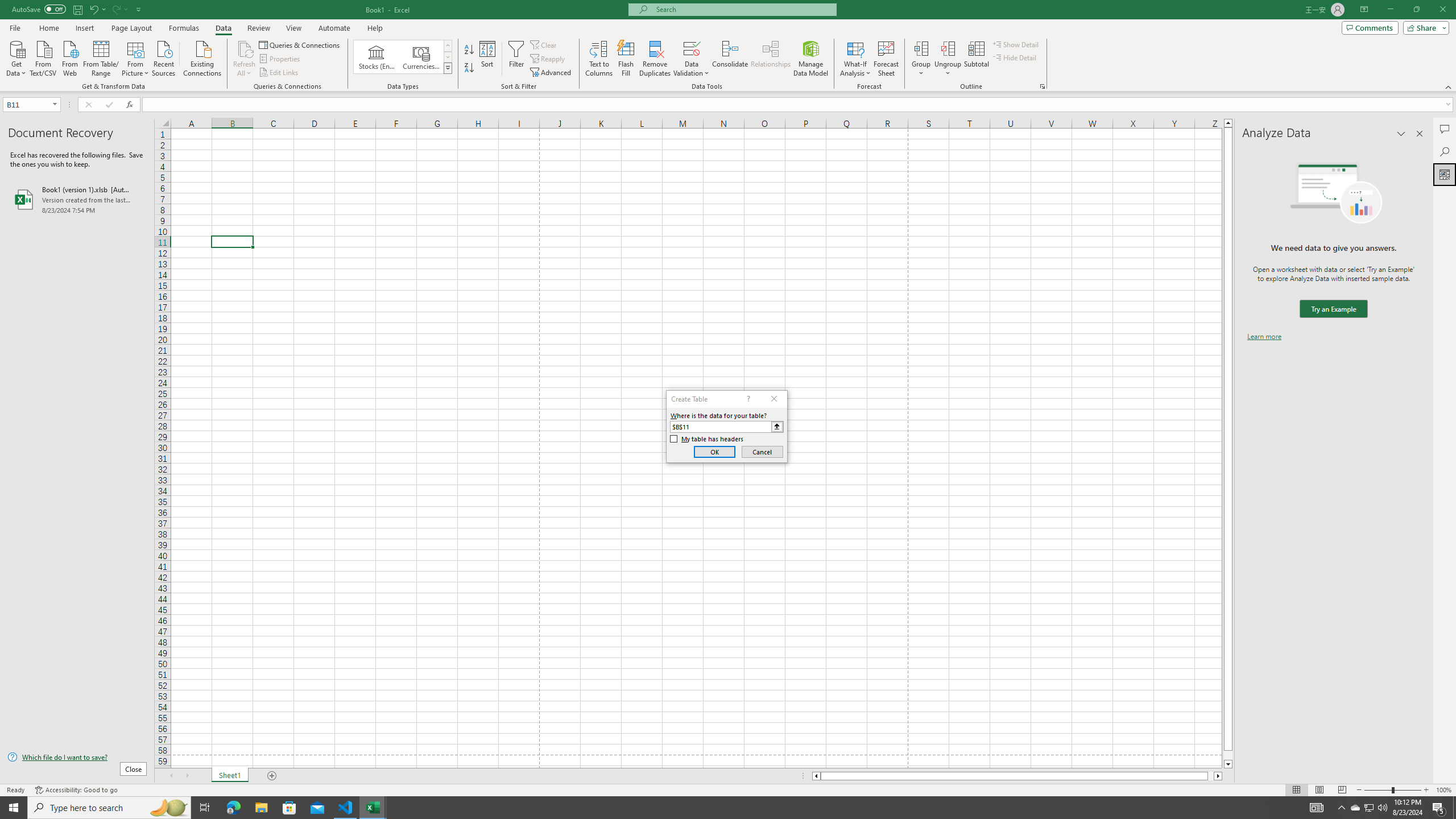 This screenshot has width=1456, height=819. What do you see at coordinates (655, 59) in the screenshot?
I see `'Remove Duplicates'` at bounding box center [655, 59].